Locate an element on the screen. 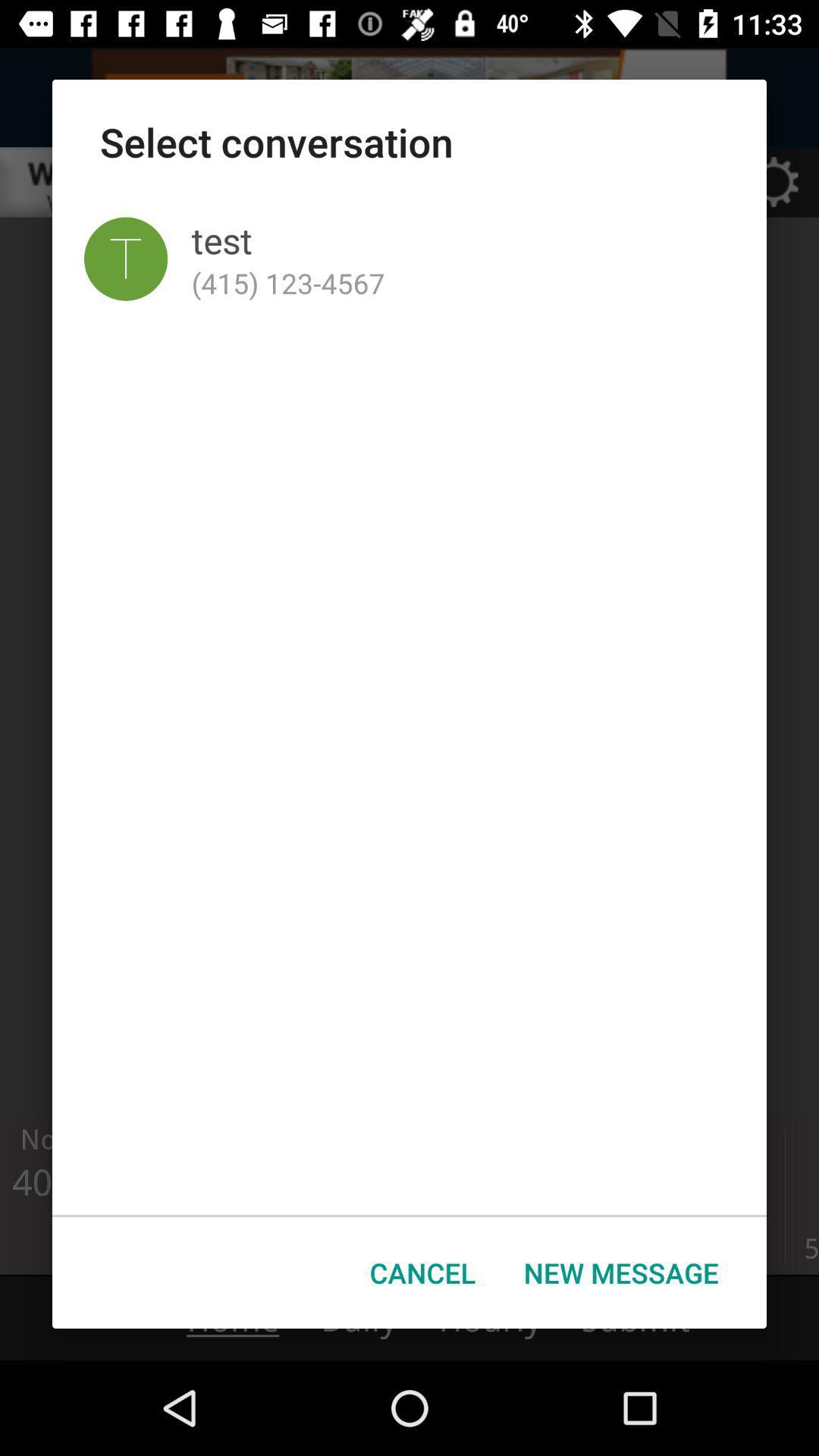 The image size is (819, 1456). the item next to test app is located at coordinates (125, 259).